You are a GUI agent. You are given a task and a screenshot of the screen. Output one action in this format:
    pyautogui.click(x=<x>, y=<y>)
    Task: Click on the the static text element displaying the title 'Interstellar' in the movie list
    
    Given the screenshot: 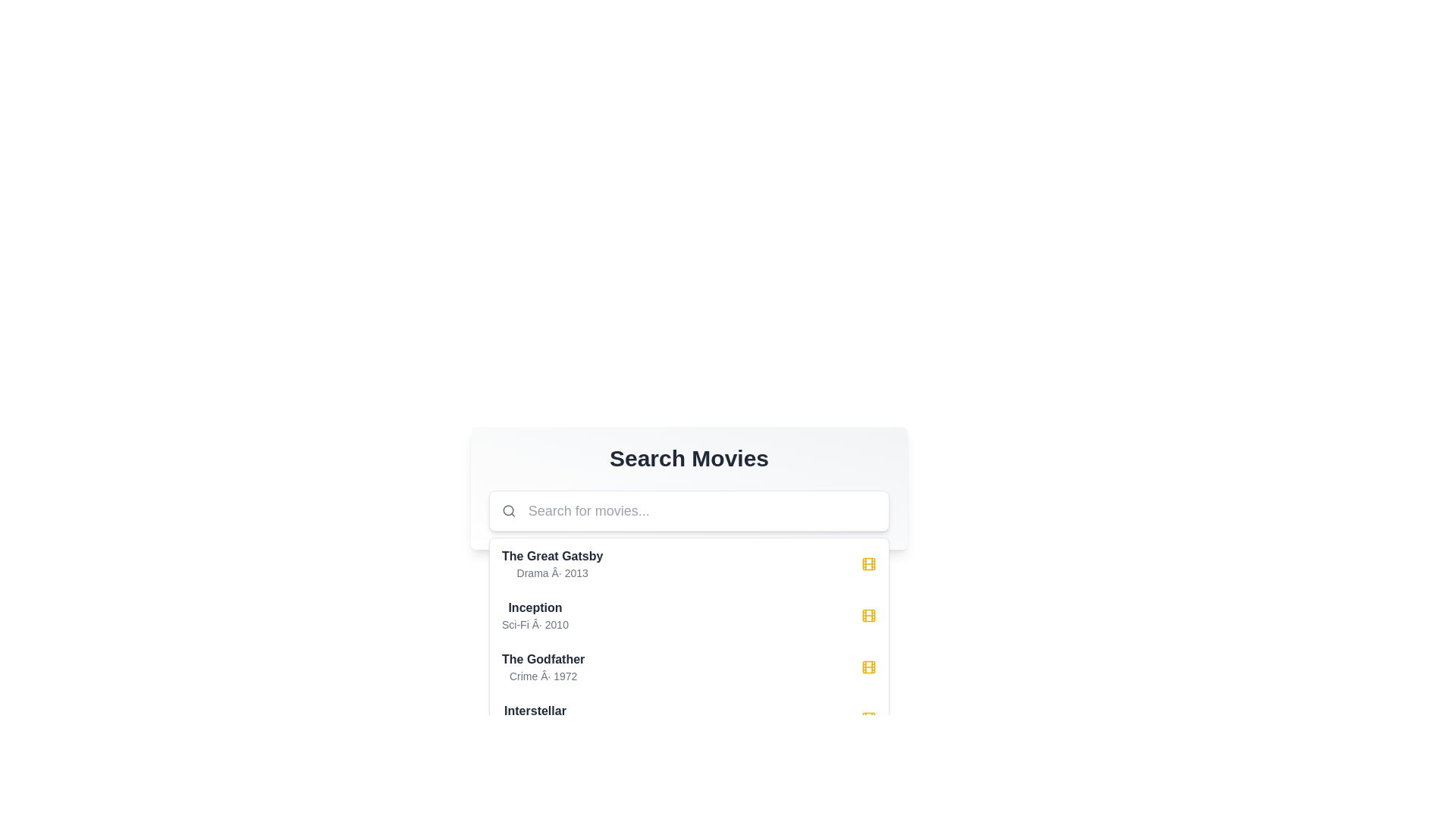 What is the action you would take?
    pyautogui.click(x=535, y=711)
    